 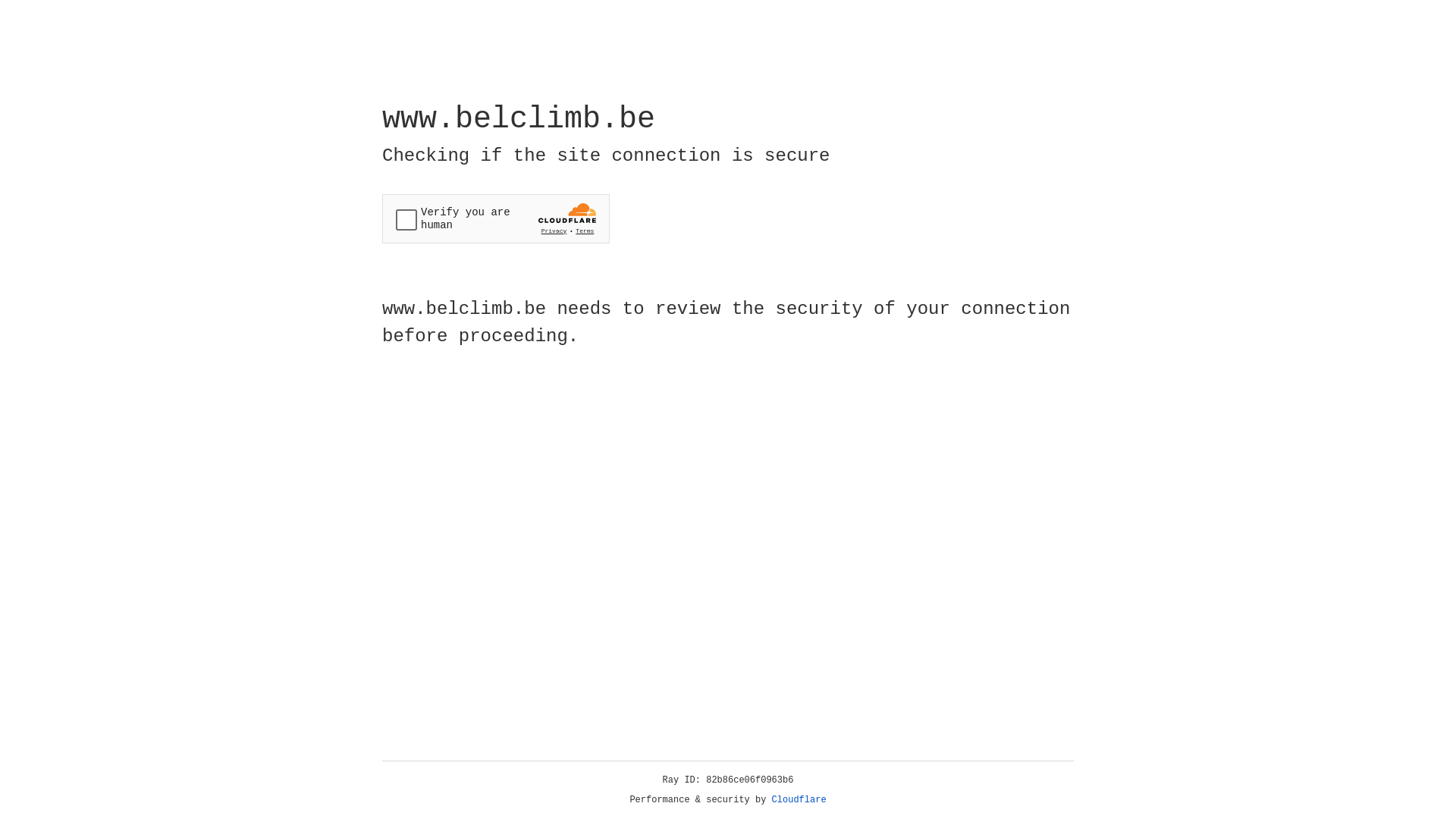 I want to click on 'Cloudflare', so click(x=799, y=799).